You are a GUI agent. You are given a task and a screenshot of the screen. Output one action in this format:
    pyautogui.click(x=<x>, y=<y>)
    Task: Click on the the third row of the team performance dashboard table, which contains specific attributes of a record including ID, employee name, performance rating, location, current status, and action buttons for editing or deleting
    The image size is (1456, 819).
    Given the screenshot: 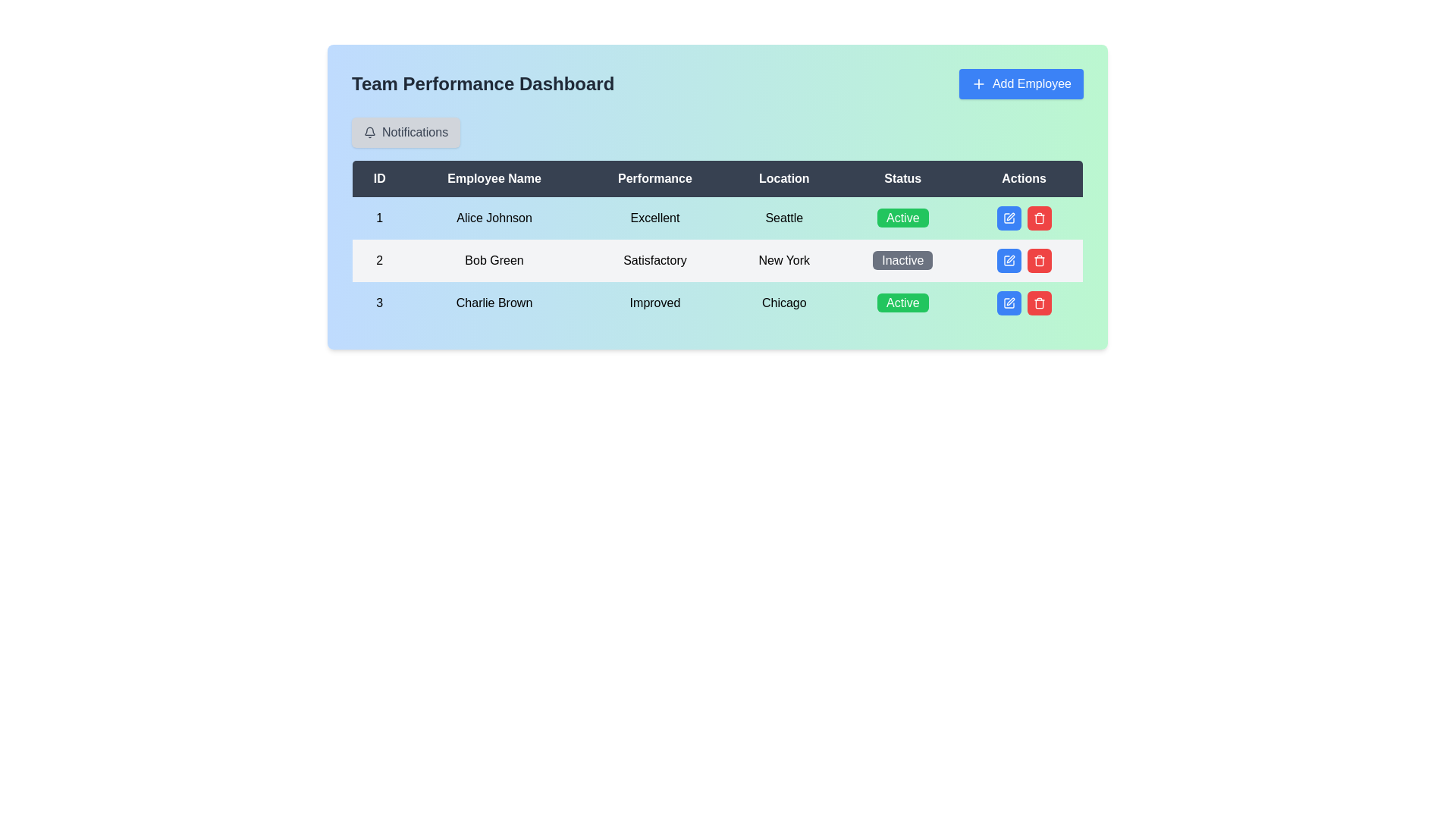 What is the action you would take?
    pyautogui.click(x=717, y=303)
    